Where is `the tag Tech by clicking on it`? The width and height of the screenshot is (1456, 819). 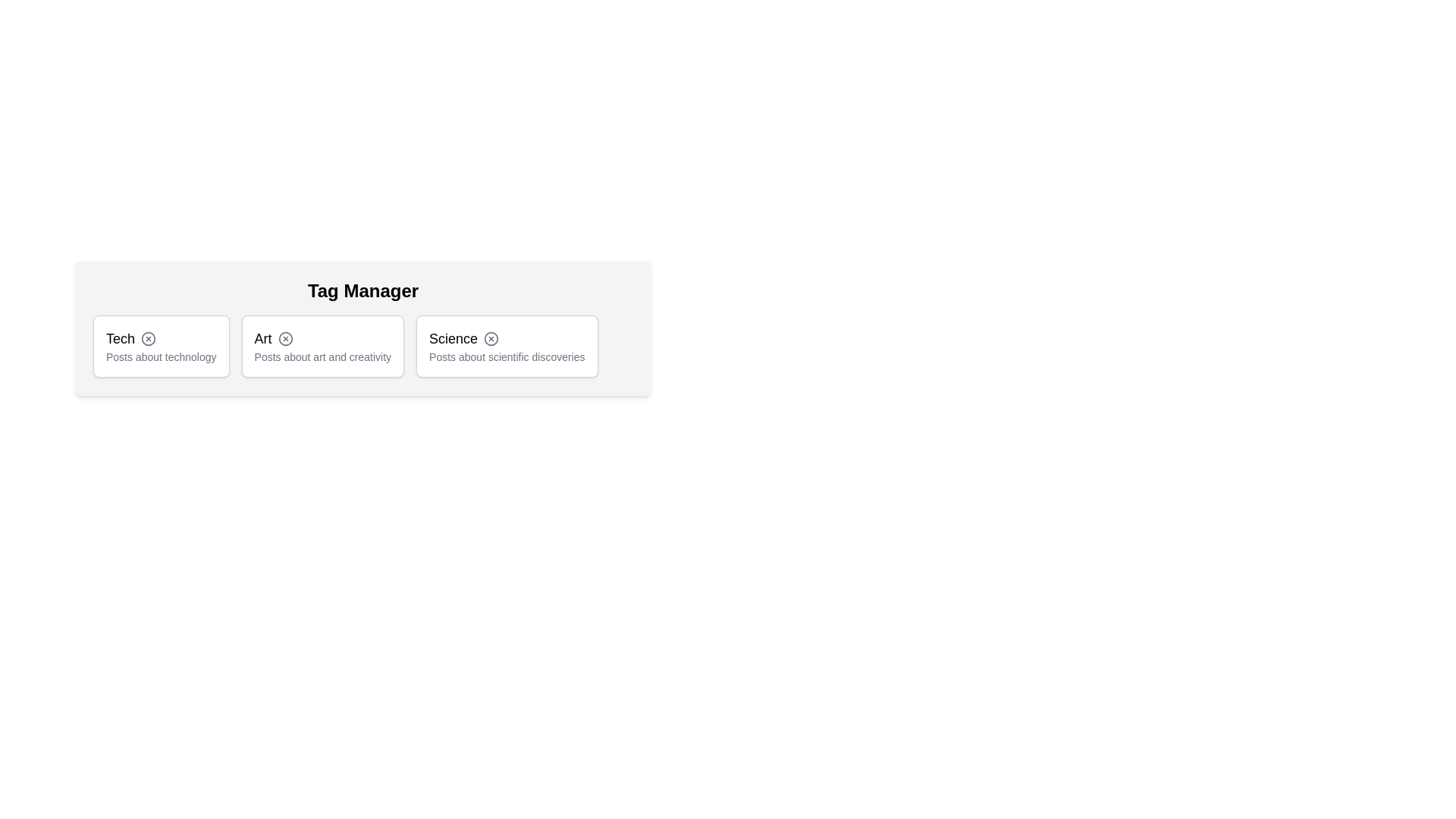
the tag Tech by clicking on it is located at coordinates (160, 346).